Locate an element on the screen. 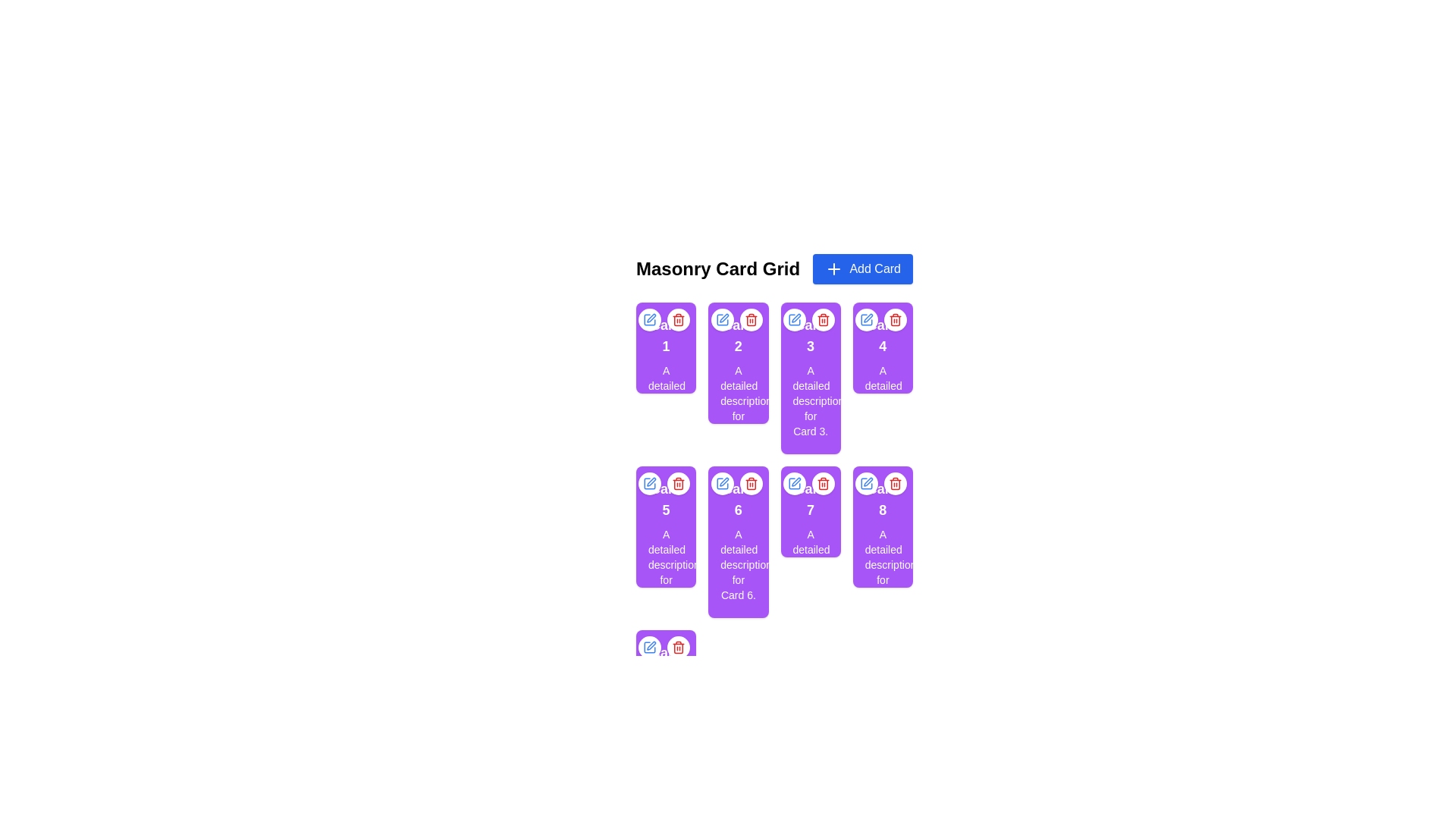 The height and width of the screenshot is (819, 1456). the blue edit icon, which resembles a pen, located above a purple card in a list of icons is located at coordinates (651, 317).